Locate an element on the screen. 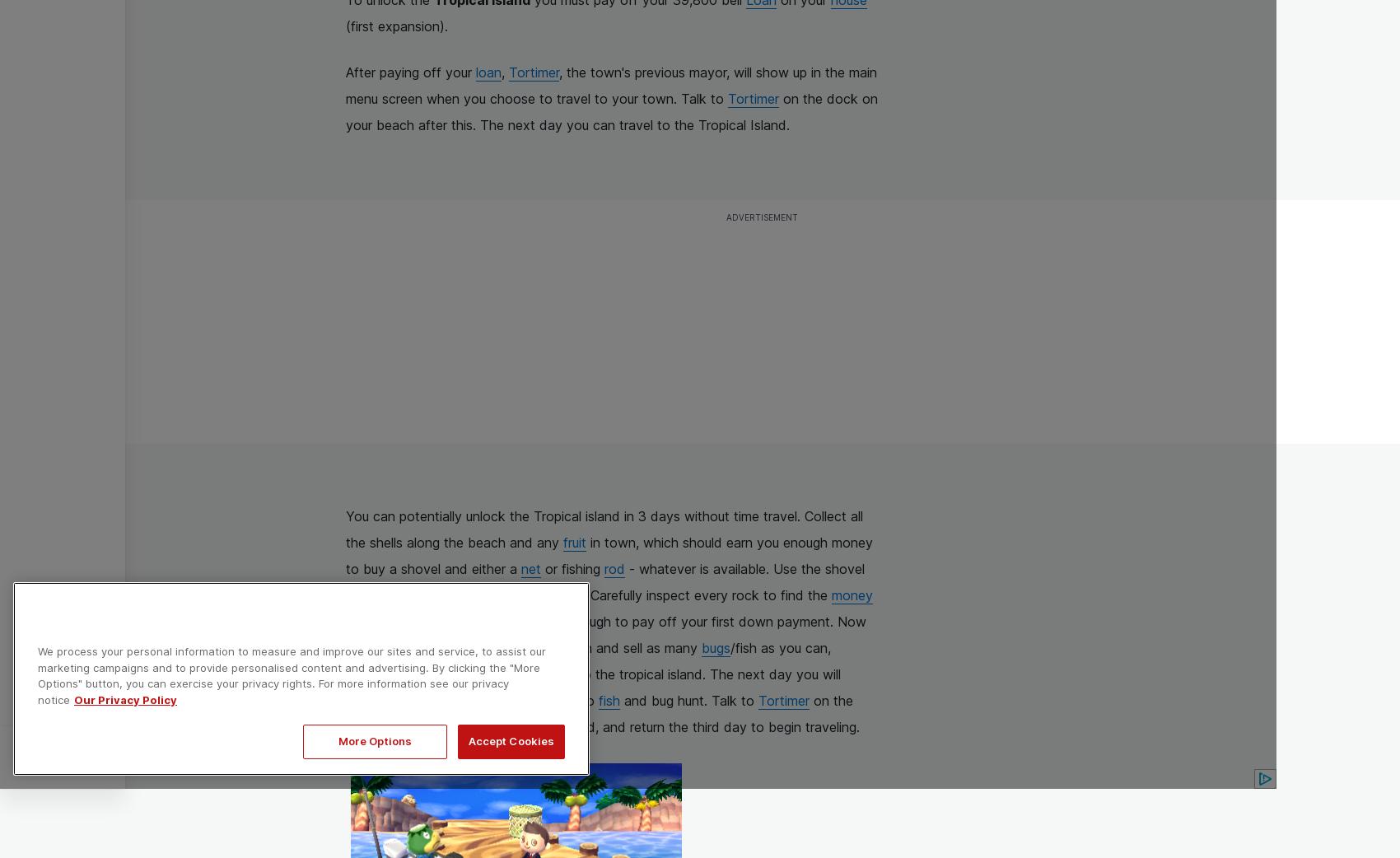 The height and width of the screenshot is (858, 1400). 'money rock' is located at coordinates (609, 607).